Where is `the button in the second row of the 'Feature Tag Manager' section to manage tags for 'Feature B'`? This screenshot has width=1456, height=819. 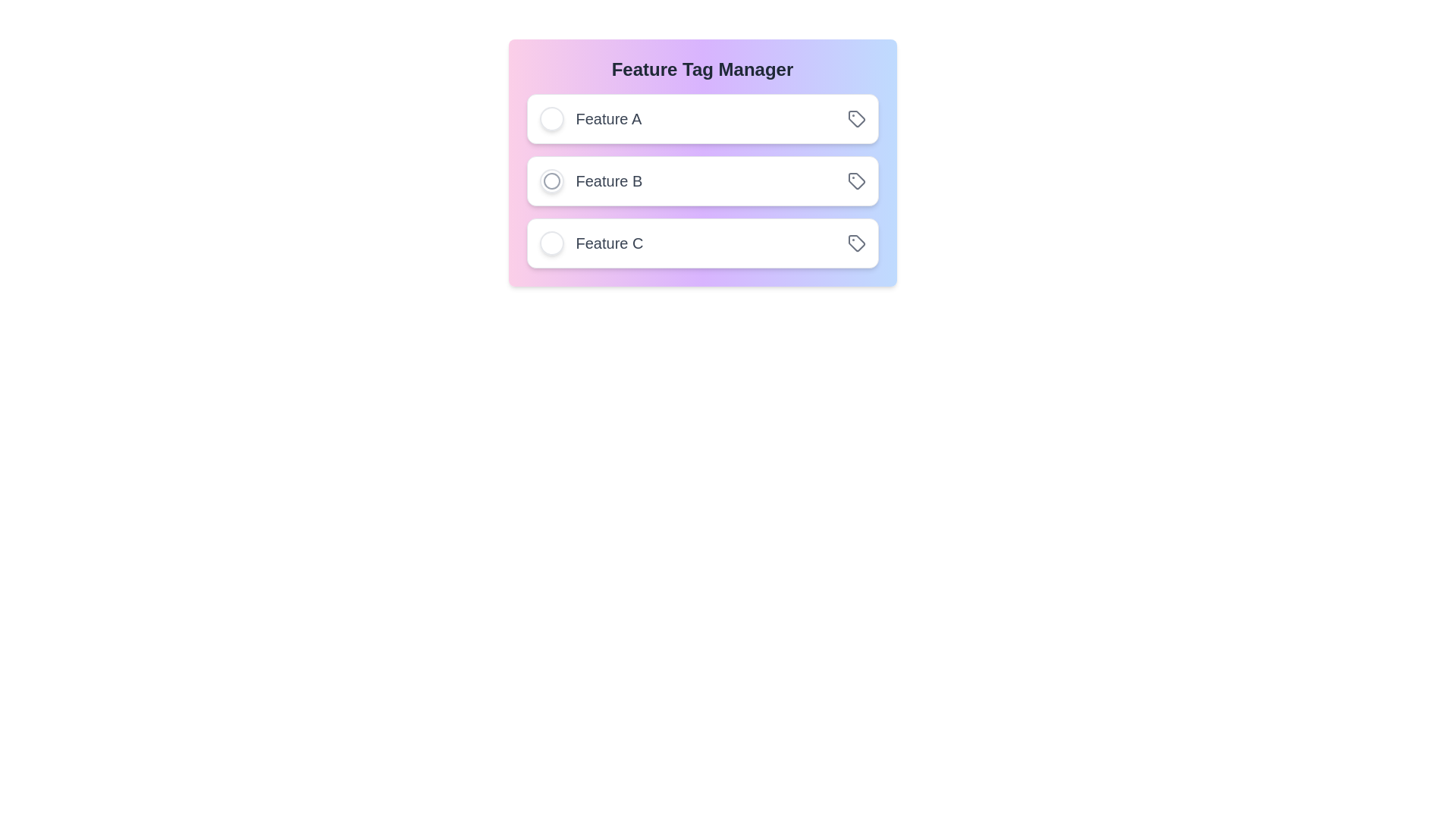 the button in the second row of the 'Feature Tag Manager' section to manage tags for 'Feature B' is located at coordinates (856, 180).